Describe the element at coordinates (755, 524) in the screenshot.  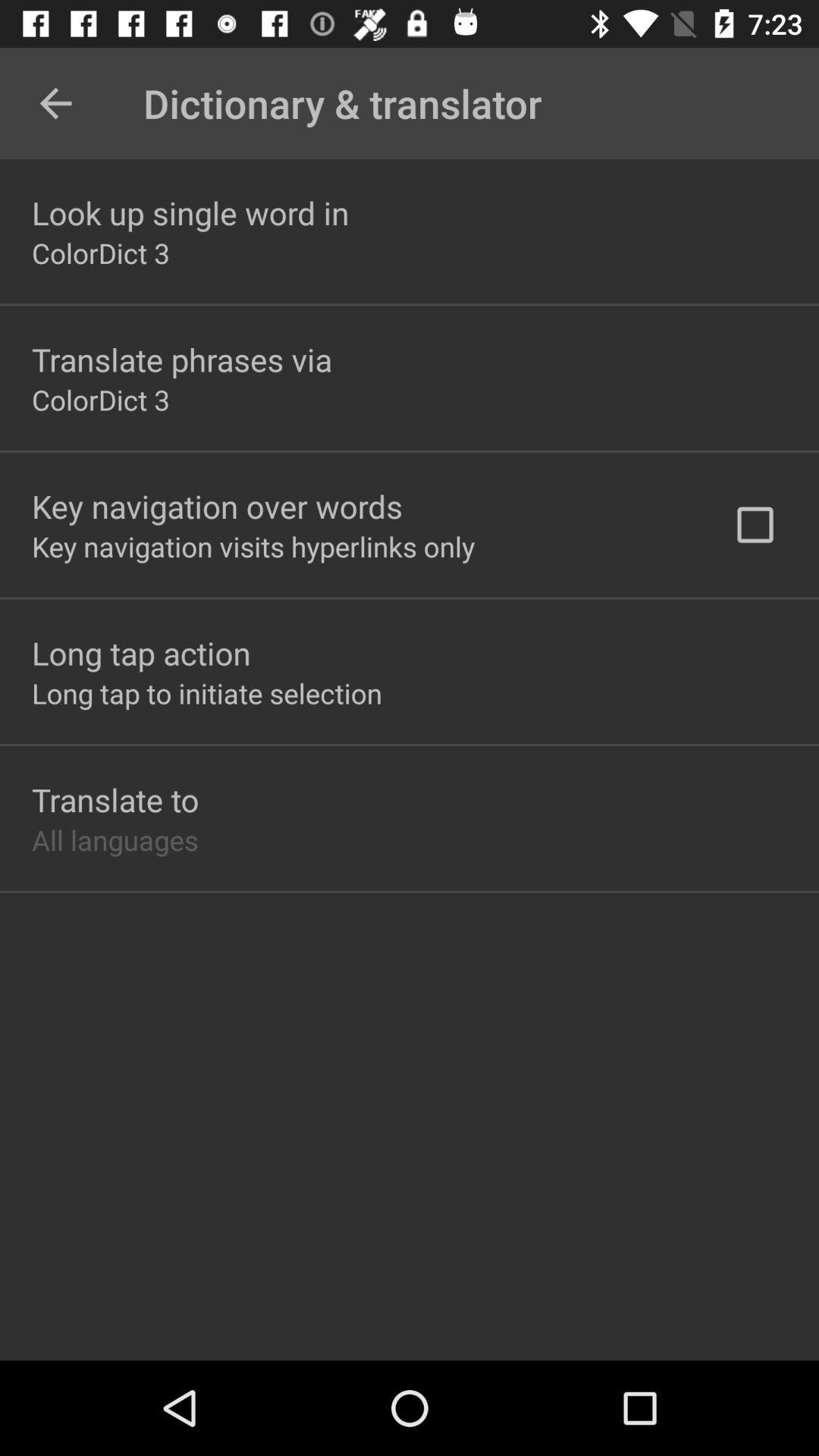
I see `check box at right middle` at that location.